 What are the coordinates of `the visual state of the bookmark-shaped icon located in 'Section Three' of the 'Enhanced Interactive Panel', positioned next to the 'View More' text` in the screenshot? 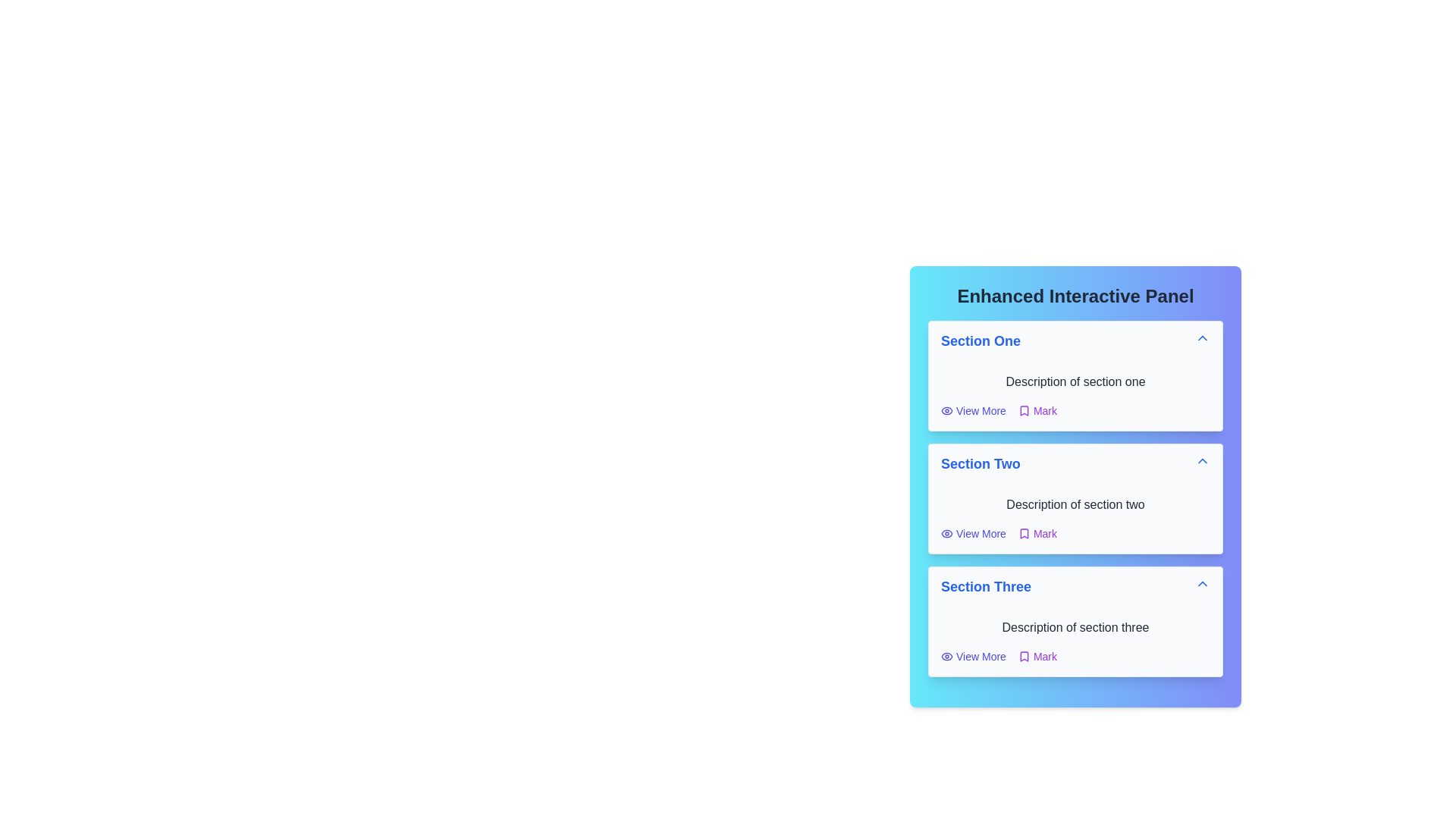 It's located at (1024, 656).